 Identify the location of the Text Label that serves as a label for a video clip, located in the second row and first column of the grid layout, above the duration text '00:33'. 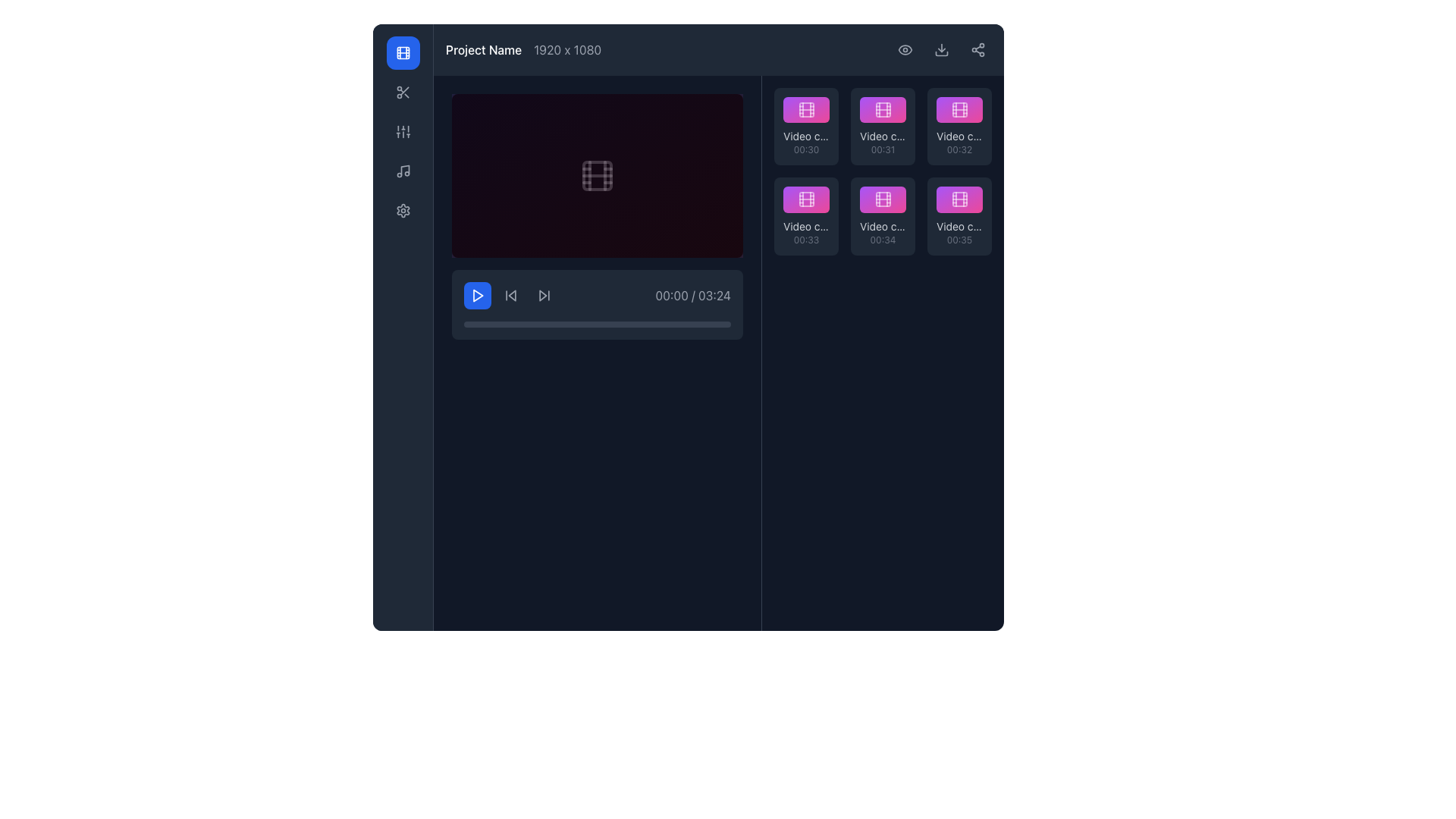
(805, 226).